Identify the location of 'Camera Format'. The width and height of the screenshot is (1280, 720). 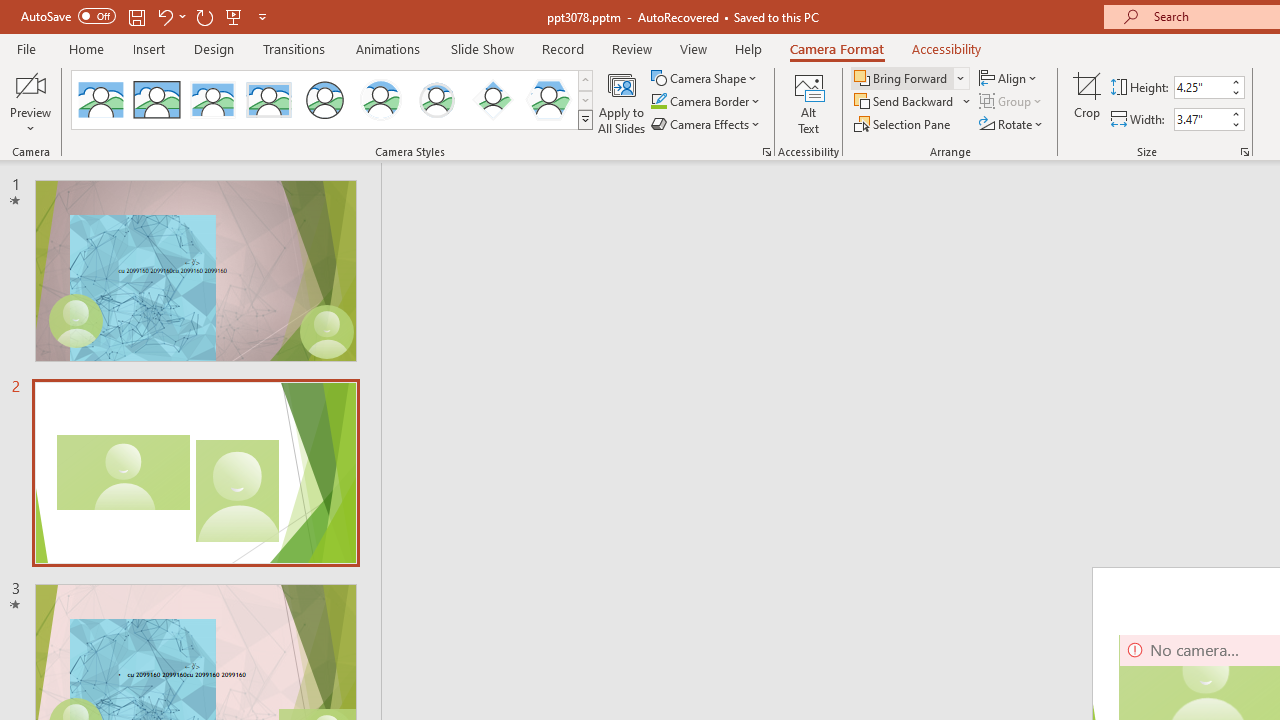
(837, 48).